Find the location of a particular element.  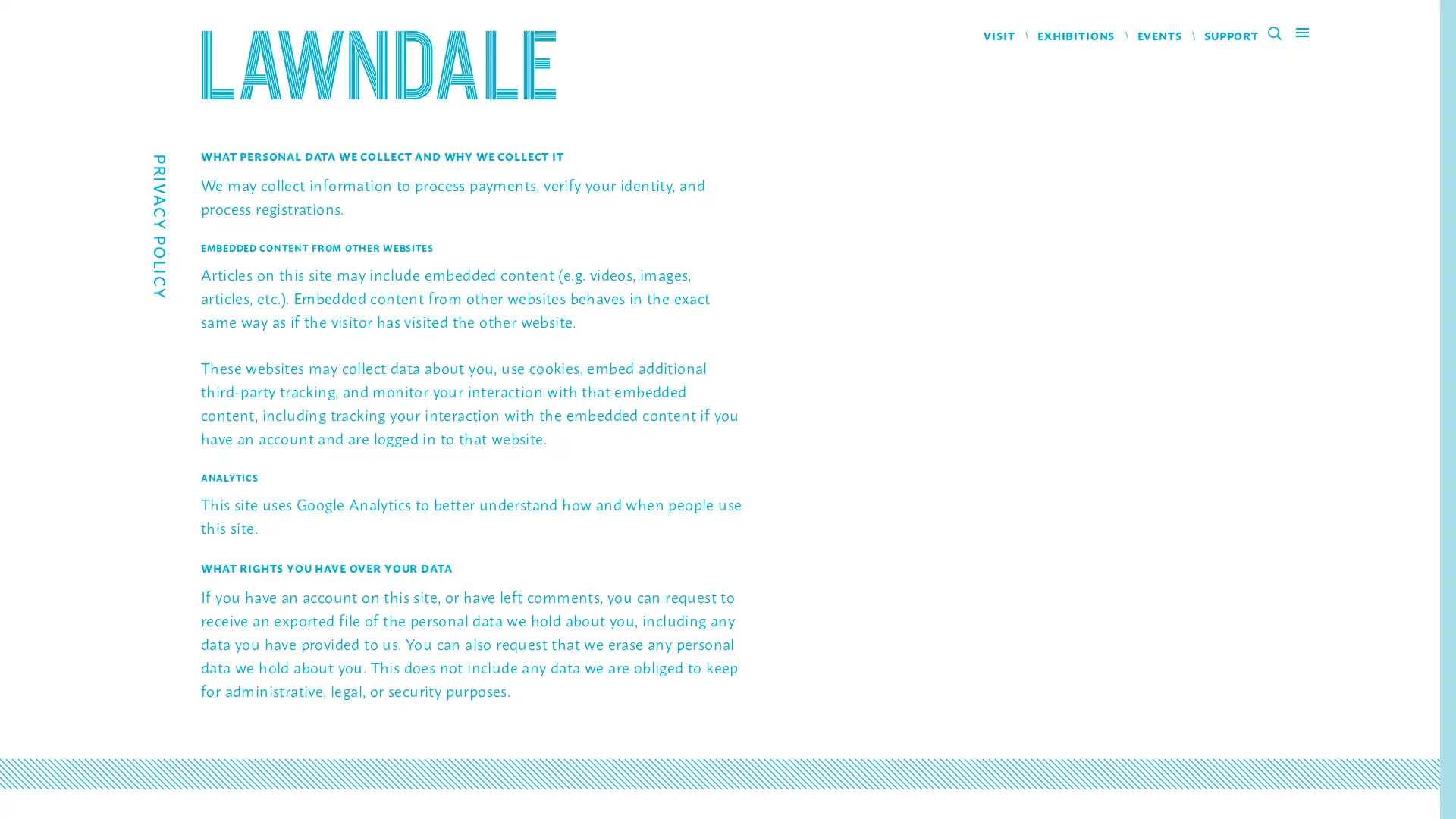

Search is located at coordinates (1279, 35).